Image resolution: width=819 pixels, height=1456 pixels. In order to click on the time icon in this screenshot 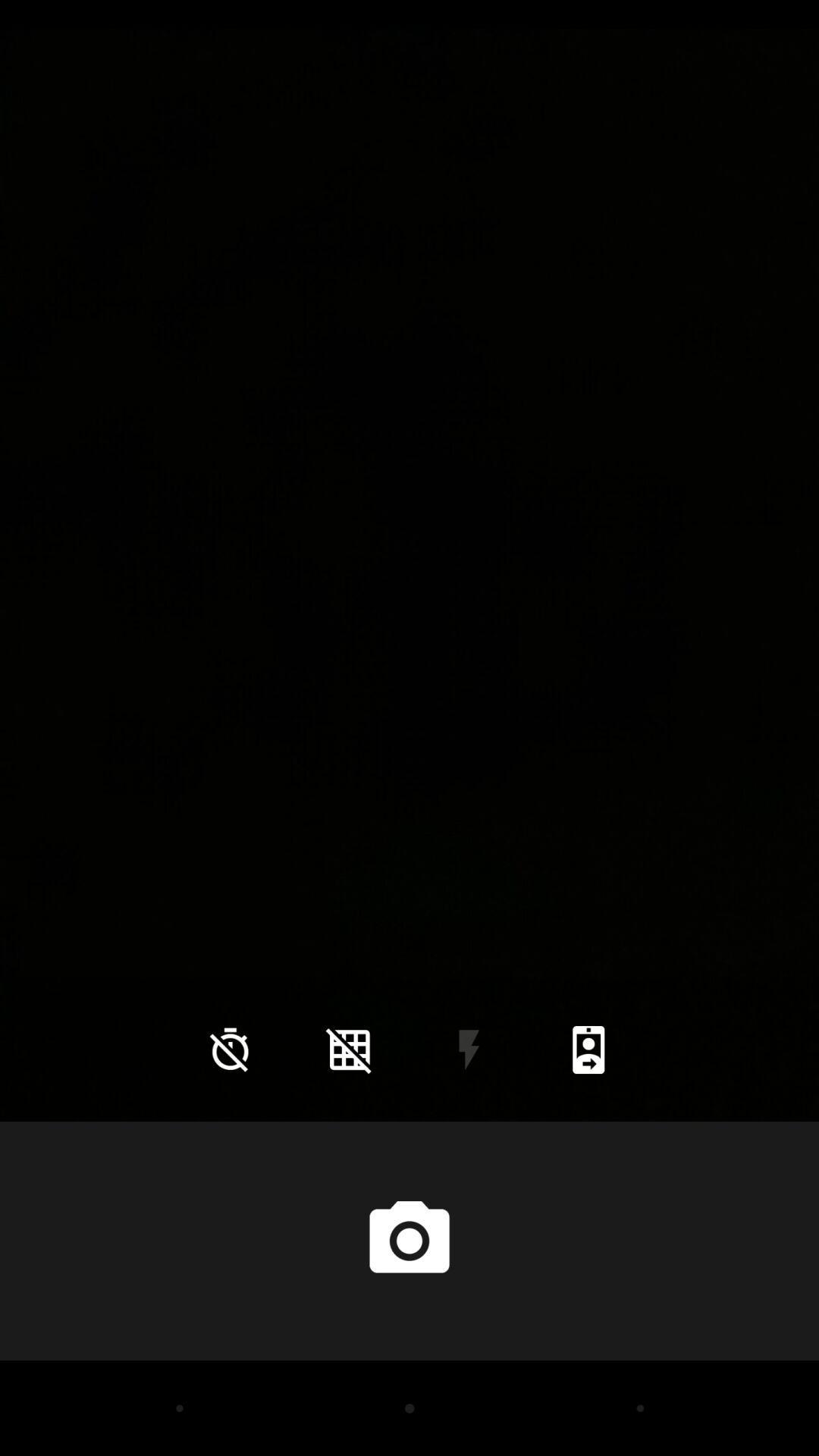, I will do `click(230, 1049)`.